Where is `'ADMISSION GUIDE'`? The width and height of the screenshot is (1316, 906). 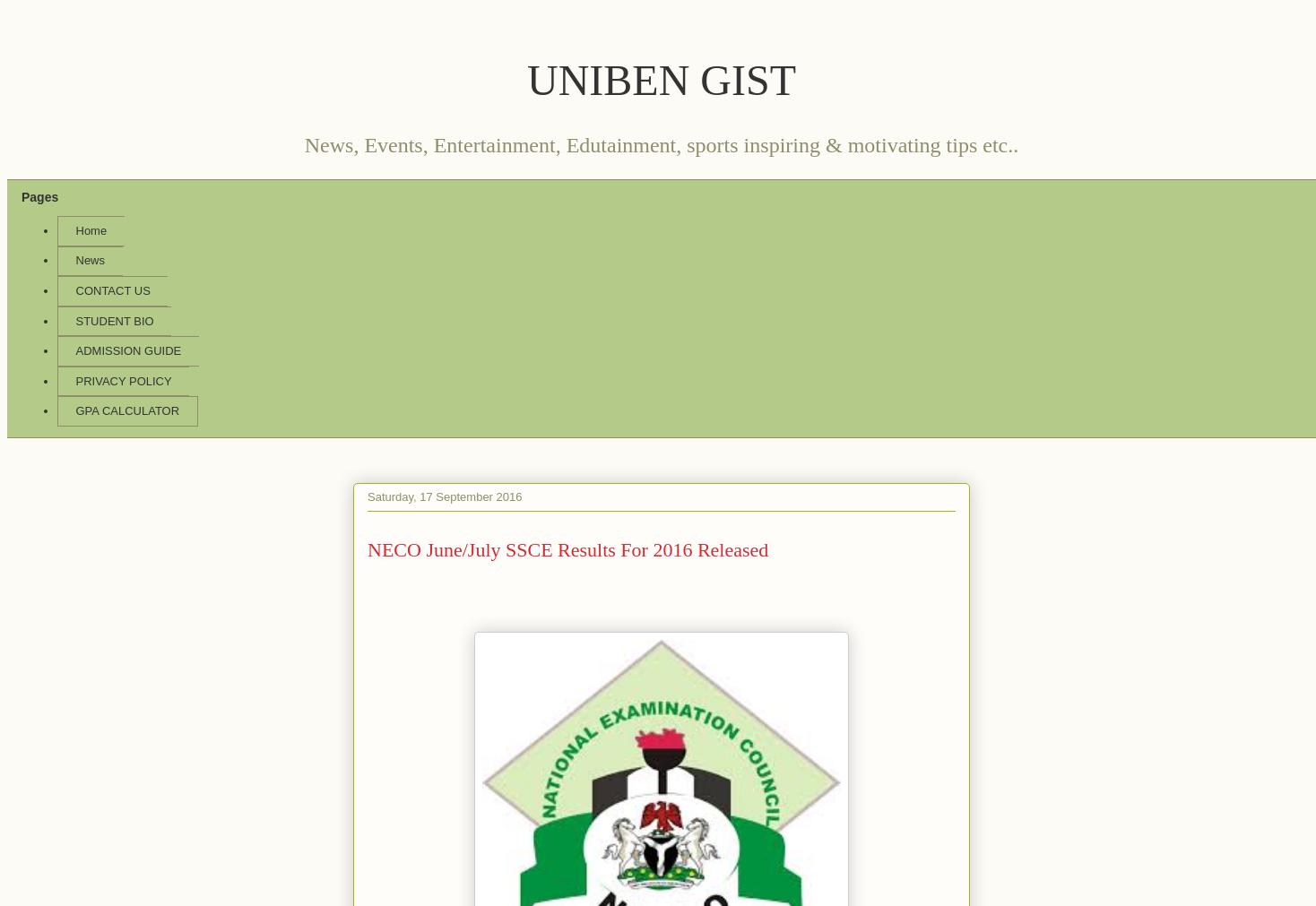
'ADMISSION GUIDE' is located at coordinates (126, 349).